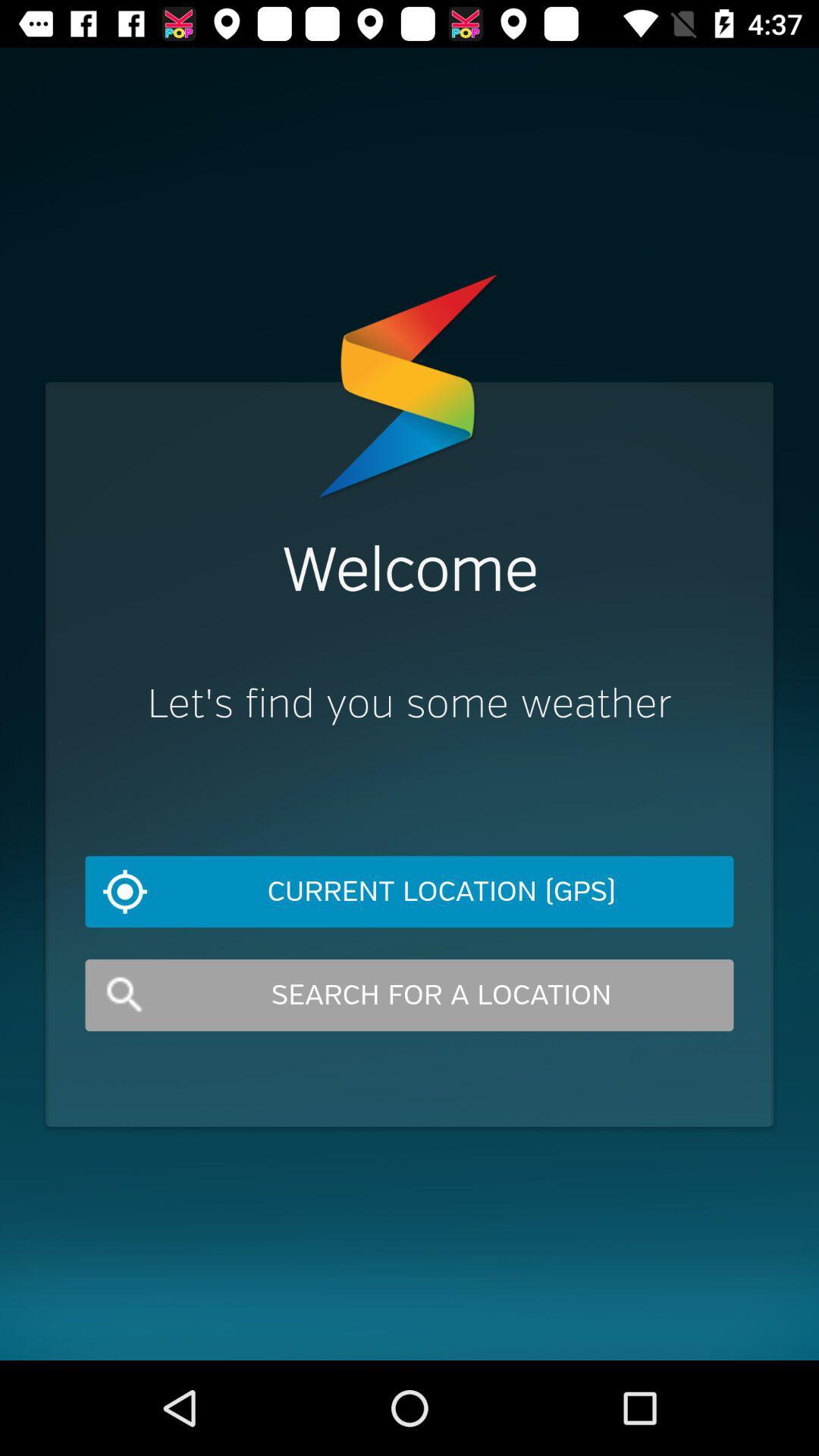 The image size is (819, 1456). I want to click on the search for a, so click(409, 995).